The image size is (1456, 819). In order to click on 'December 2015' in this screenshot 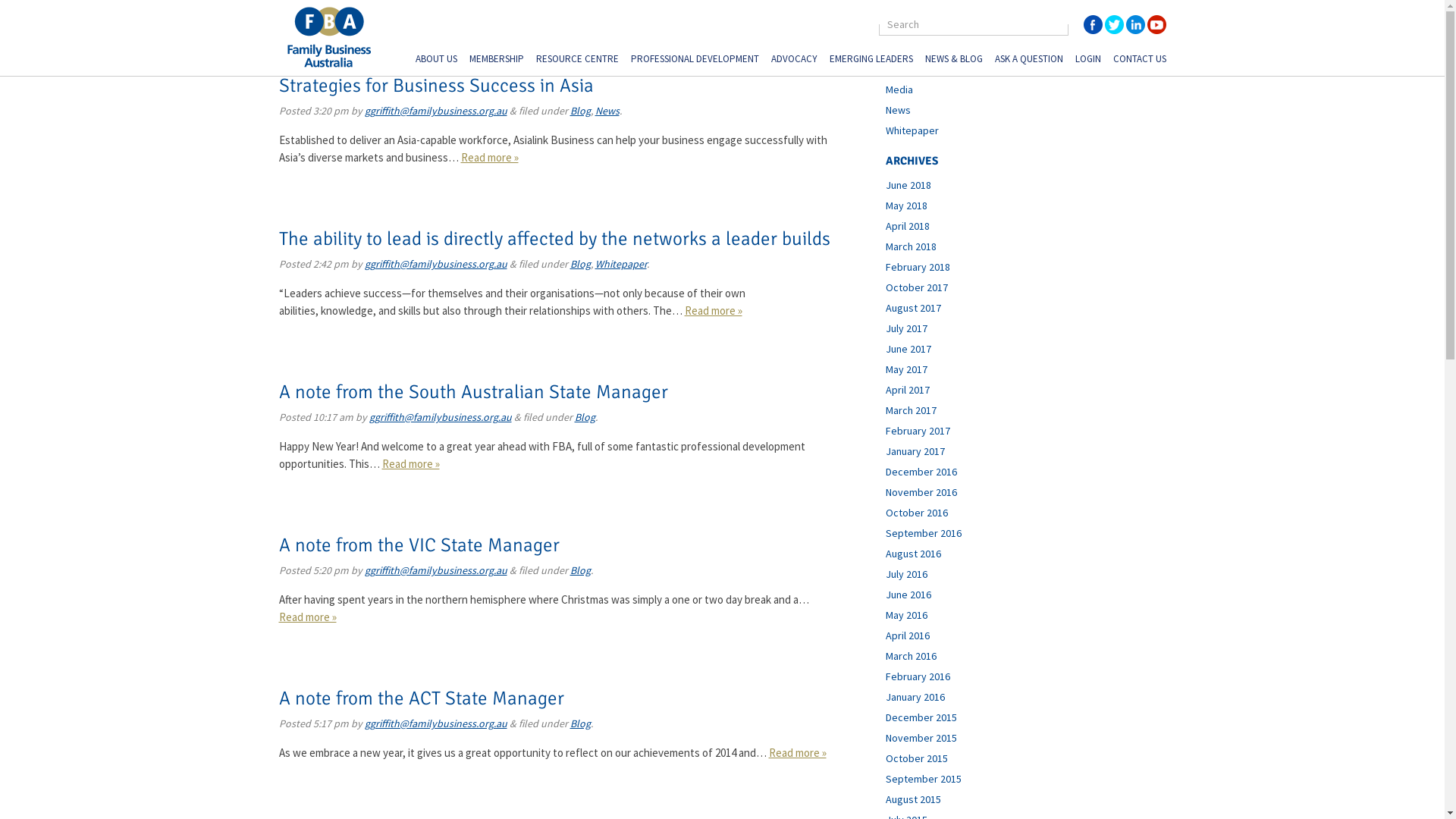, I will do `click(920, 717)`.